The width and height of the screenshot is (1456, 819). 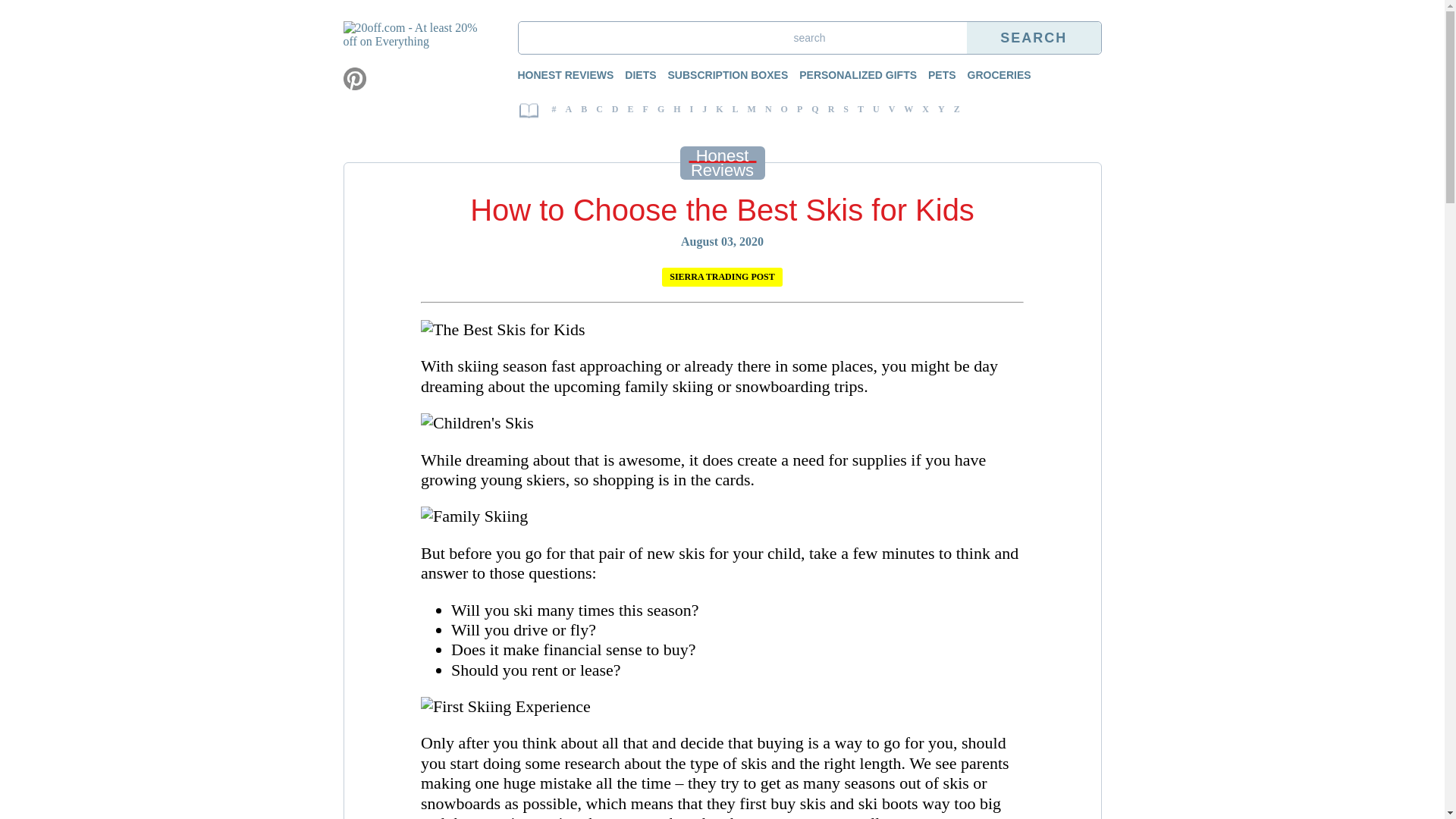 What do you see at coordinates (598, 108) in the screenshot?
I see `'C'` at bounding box center [598, 108].